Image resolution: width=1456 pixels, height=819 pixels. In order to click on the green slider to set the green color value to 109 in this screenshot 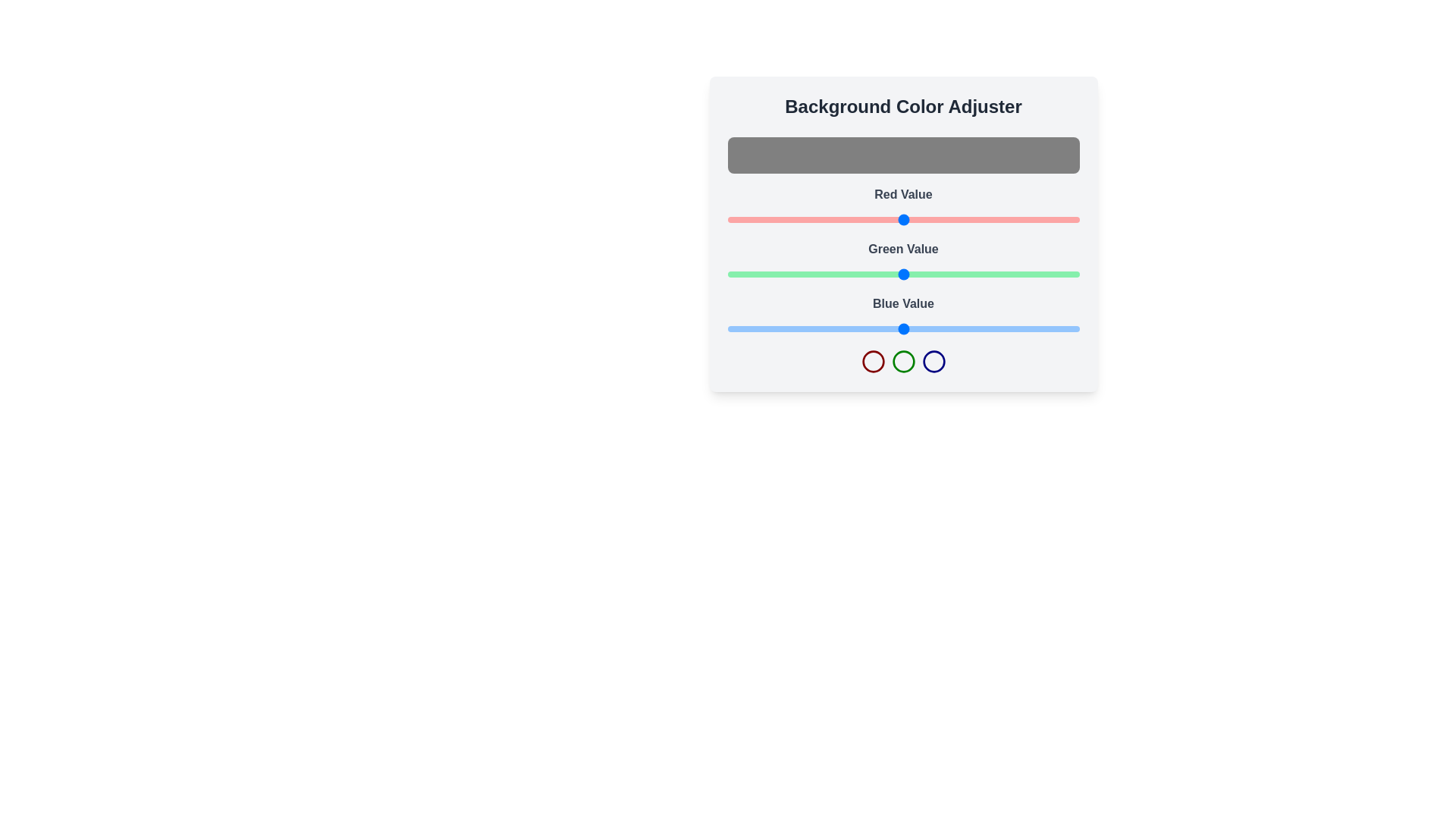, I will do `click(877, 275)`.